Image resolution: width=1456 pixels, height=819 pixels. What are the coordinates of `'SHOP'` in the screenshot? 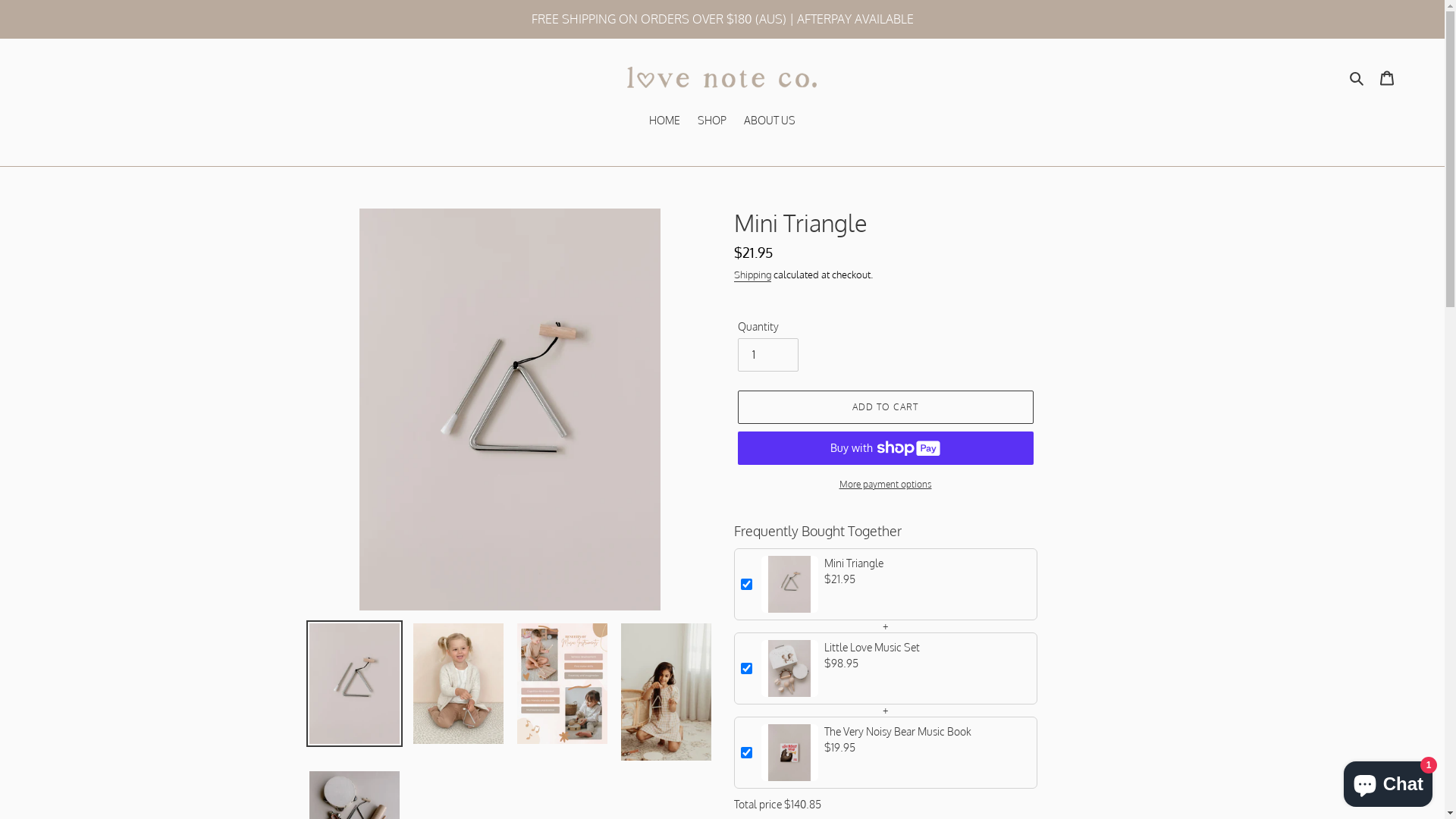 It's located at (711, 120).